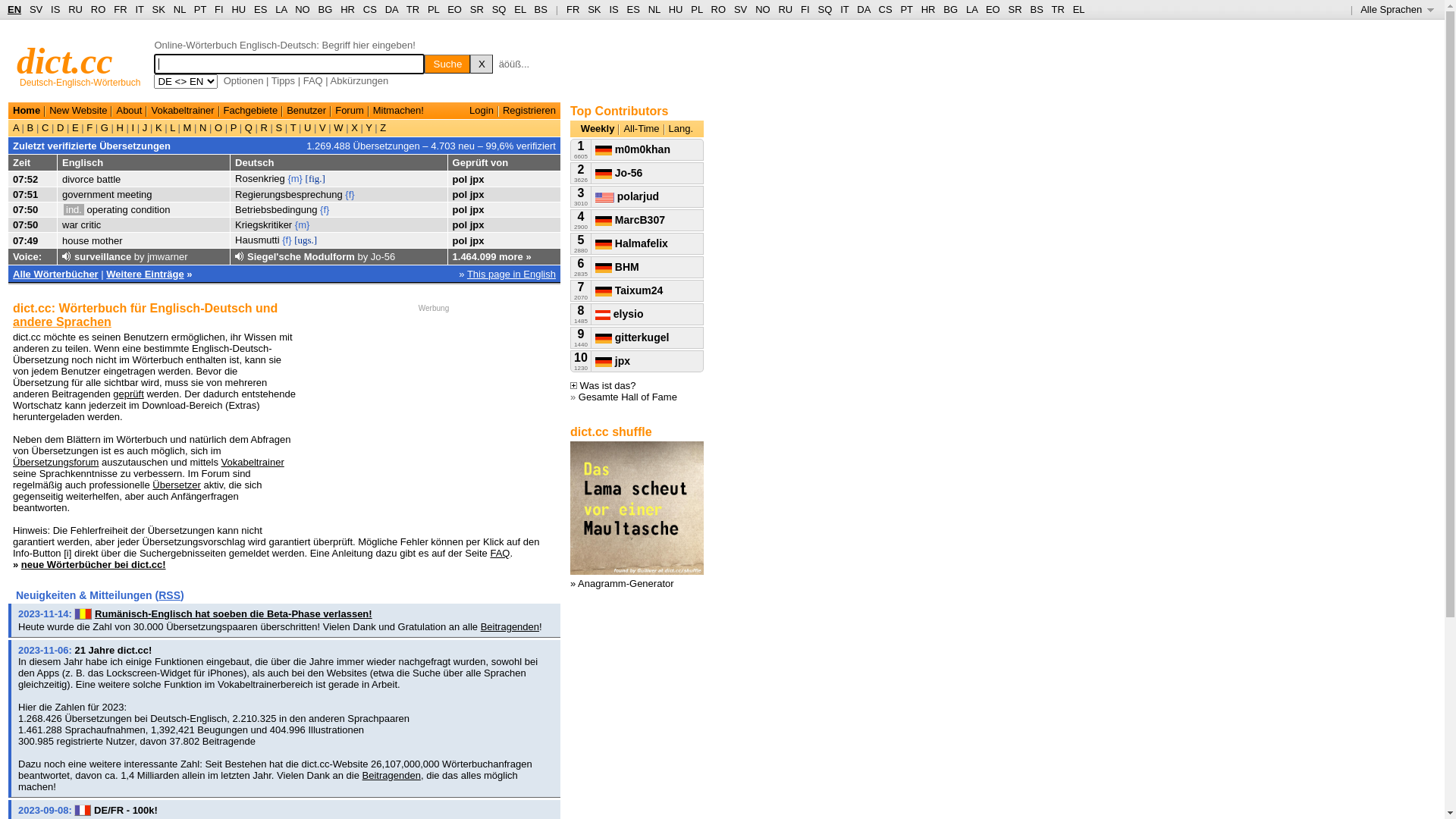  Describe the element at coordinates (301, 256) in the screenshot. I see `'Siegel'sche Modulform'` at that location.